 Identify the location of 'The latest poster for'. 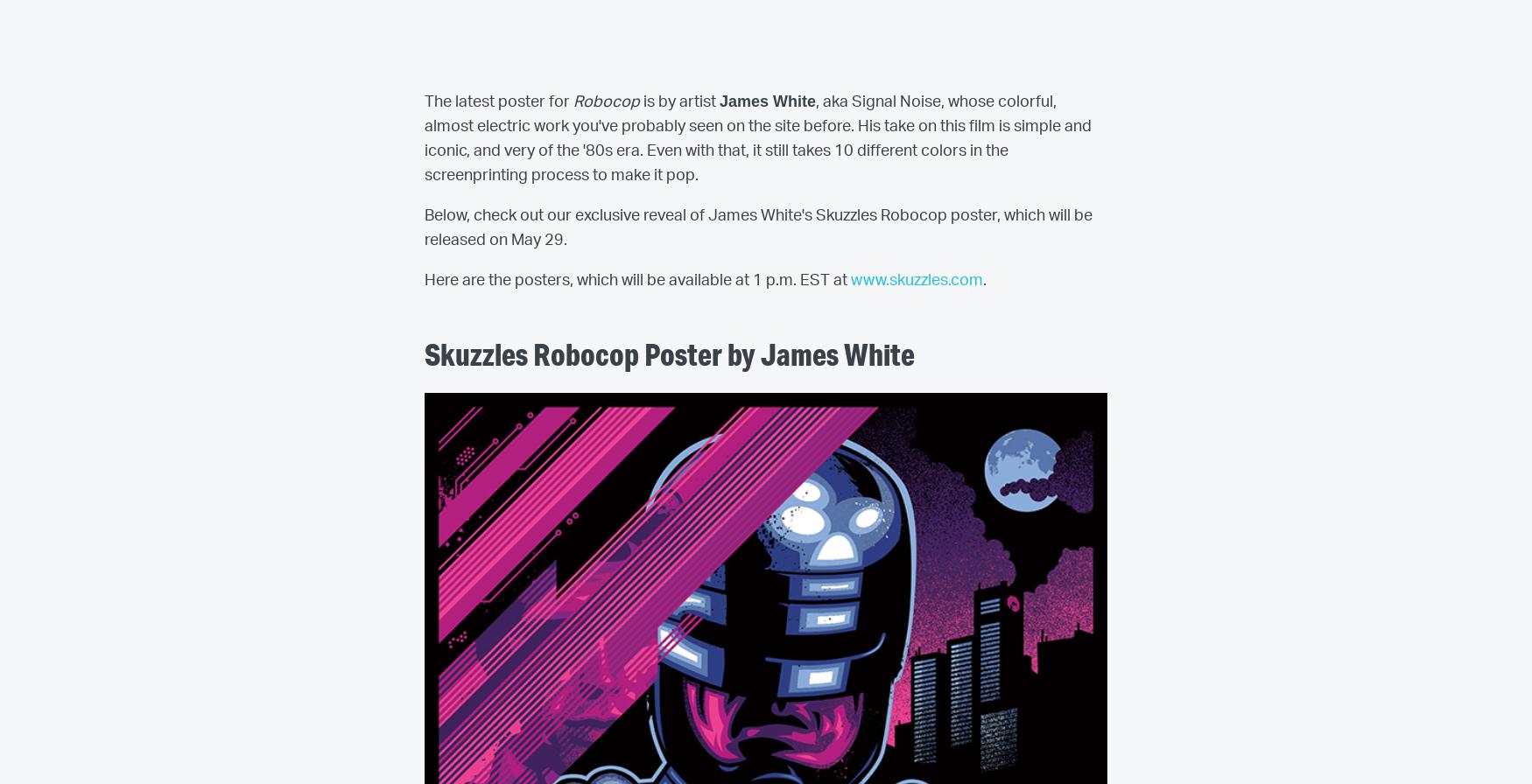
(424, 101).